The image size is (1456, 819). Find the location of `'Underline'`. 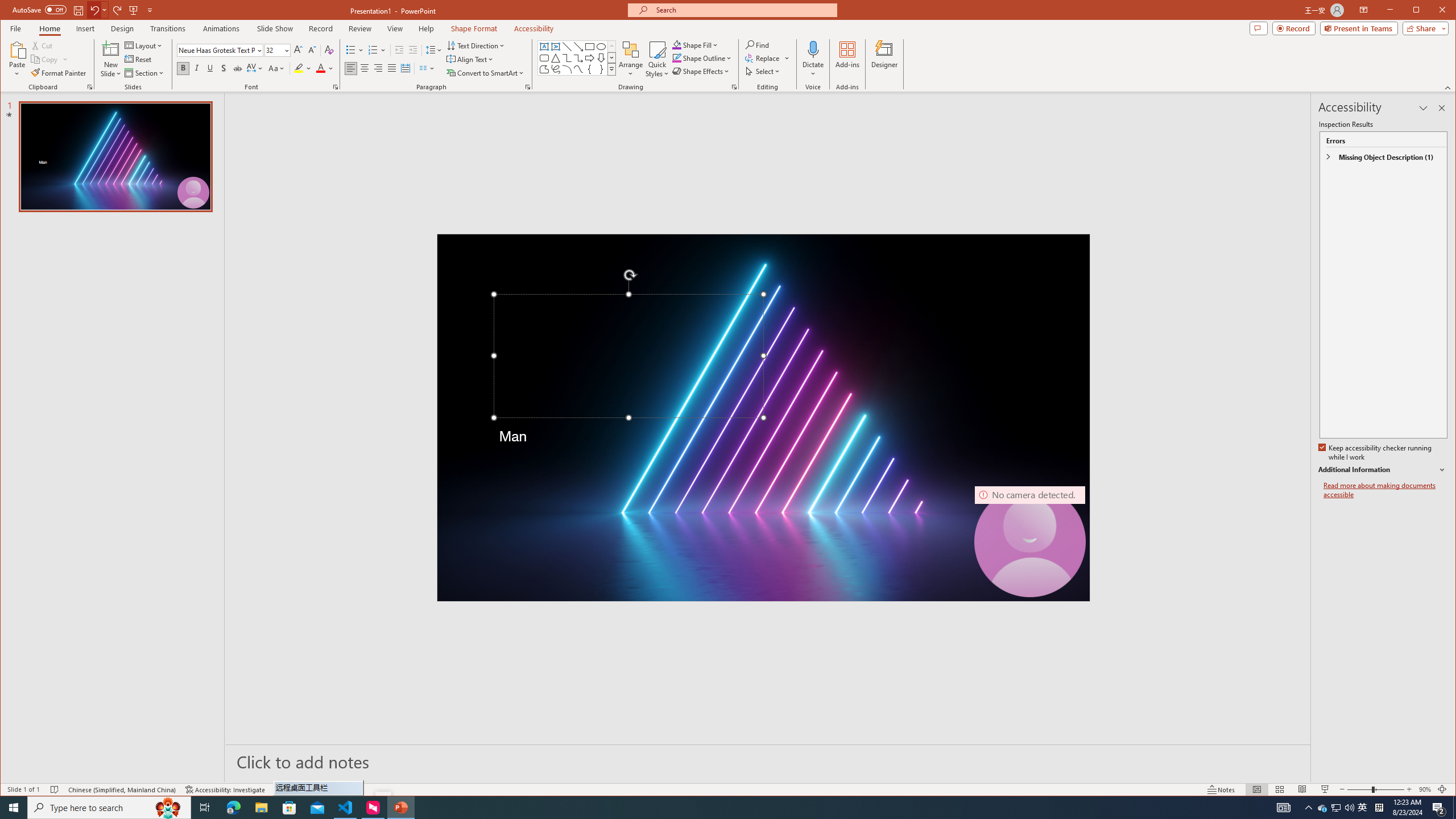

'Underline' is located at coordinates (209, 68).